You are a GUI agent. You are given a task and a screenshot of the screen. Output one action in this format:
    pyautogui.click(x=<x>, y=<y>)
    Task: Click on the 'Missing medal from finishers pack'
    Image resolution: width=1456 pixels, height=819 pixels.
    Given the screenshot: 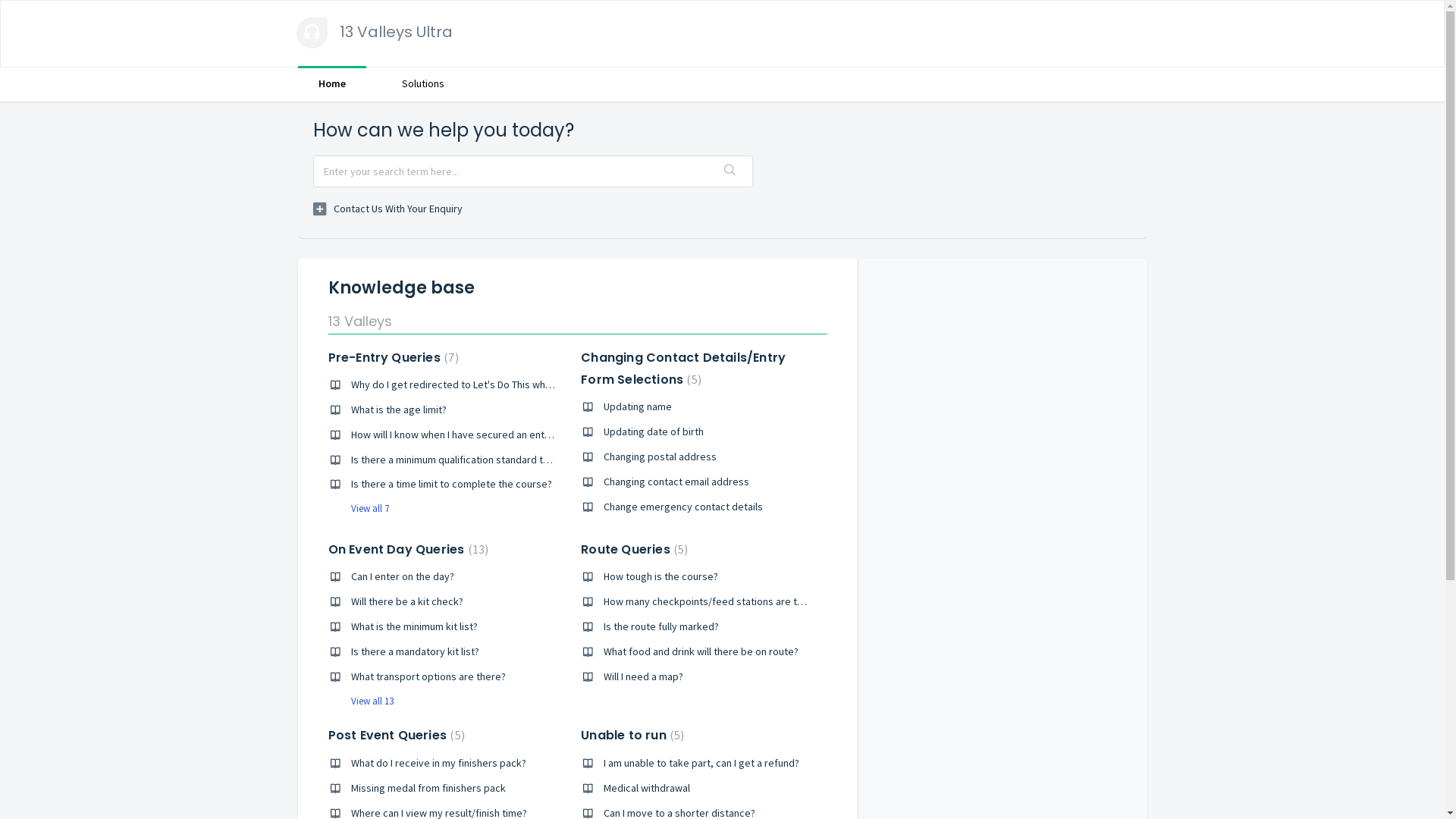 What is the action you would take?
    pyautogui.click(x=427, y=786)
    